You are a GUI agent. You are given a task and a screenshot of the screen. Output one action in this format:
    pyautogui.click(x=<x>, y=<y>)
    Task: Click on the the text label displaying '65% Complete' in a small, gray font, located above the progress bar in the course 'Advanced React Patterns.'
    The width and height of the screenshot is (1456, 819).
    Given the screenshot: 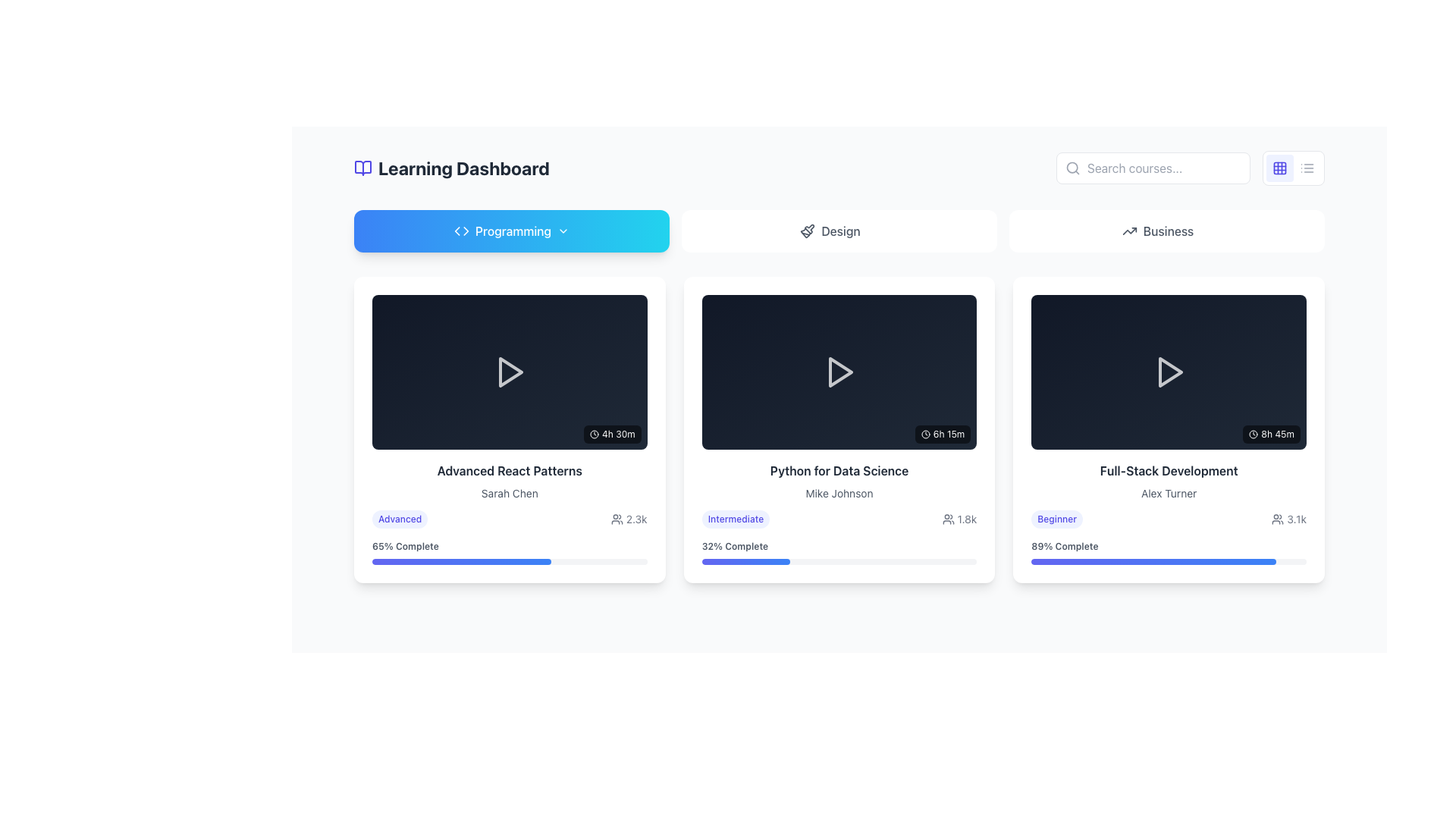 What is the action you would take?
    pyautogui.click(x=405, y=547)
    